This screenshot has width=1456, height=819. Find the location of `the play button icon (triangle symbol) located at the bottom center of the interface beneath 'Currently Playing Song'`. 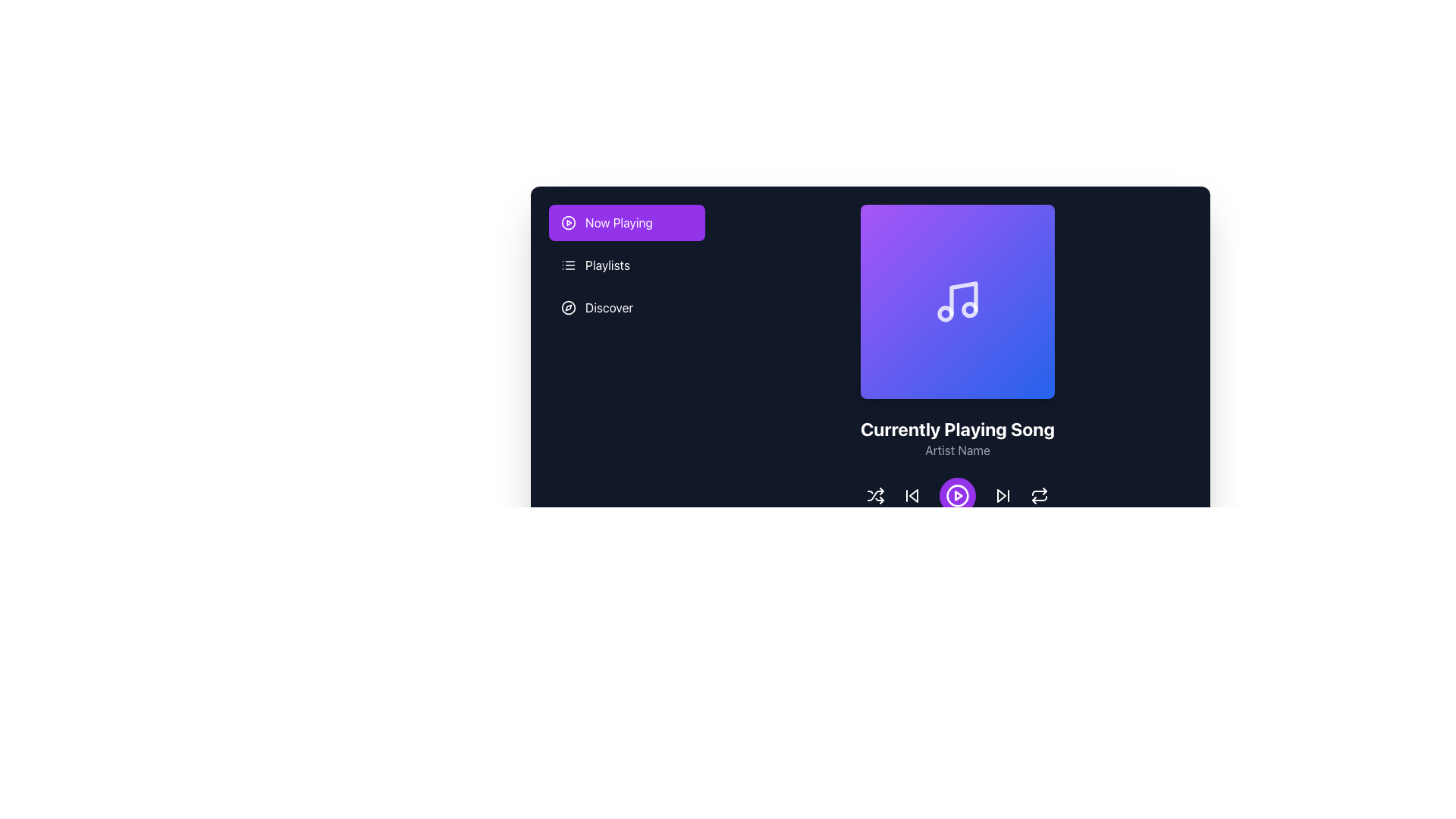

the play button icon (triangle symbol) located at the bottom center of the interface beneath 'Currently Playing Song' is located at coordinates (958, 496).